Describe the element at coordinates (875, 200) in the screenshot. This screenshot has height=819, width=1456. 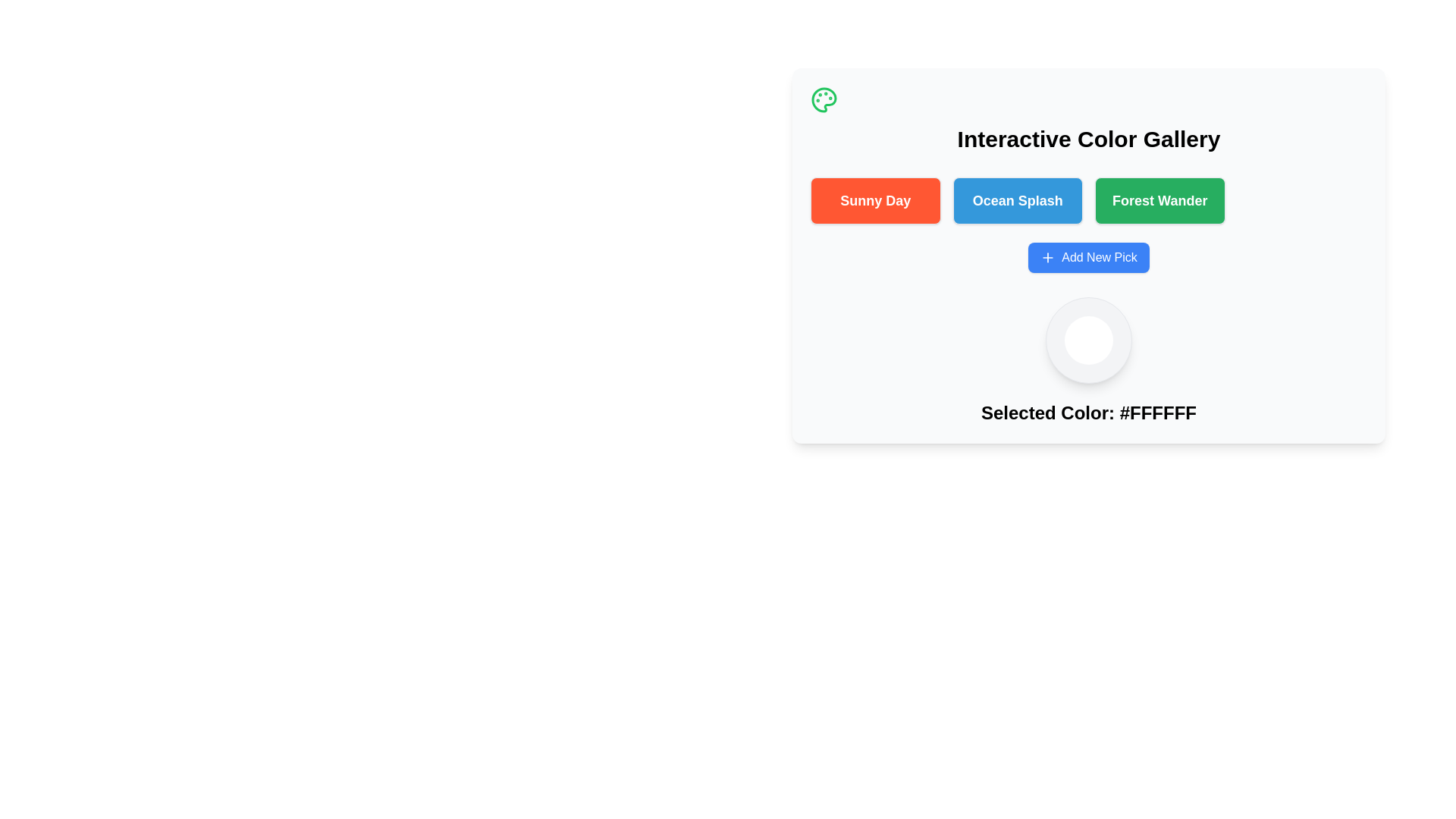
I see `the first button in a horizontal row with a vibrant orange background and white bold text reading 'Sunny Day'` at that location.